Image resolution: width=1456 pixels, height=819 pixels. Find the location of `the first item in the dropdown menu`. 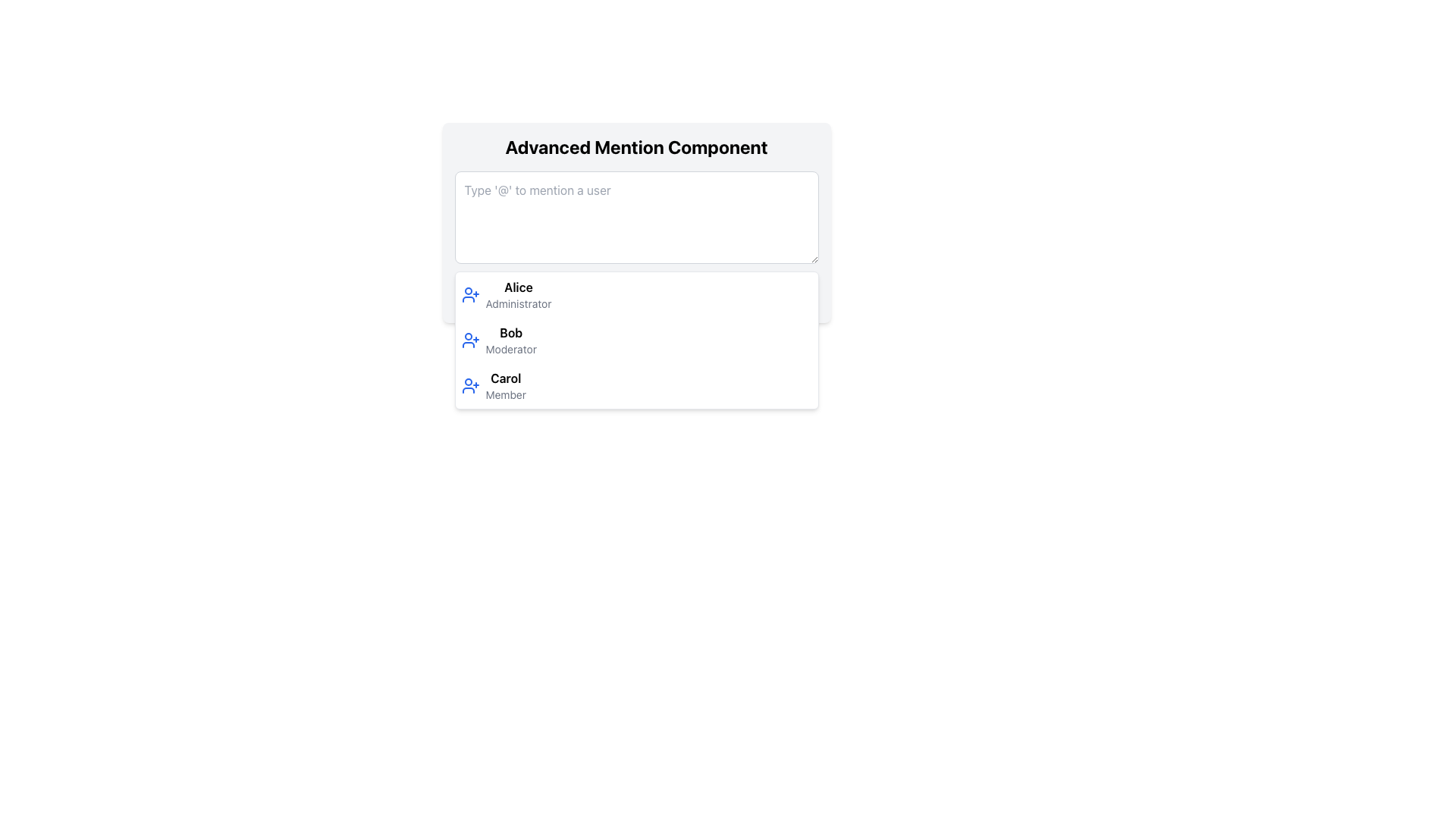

the first item in the dropdown menu is located at coordinates (636, 295).